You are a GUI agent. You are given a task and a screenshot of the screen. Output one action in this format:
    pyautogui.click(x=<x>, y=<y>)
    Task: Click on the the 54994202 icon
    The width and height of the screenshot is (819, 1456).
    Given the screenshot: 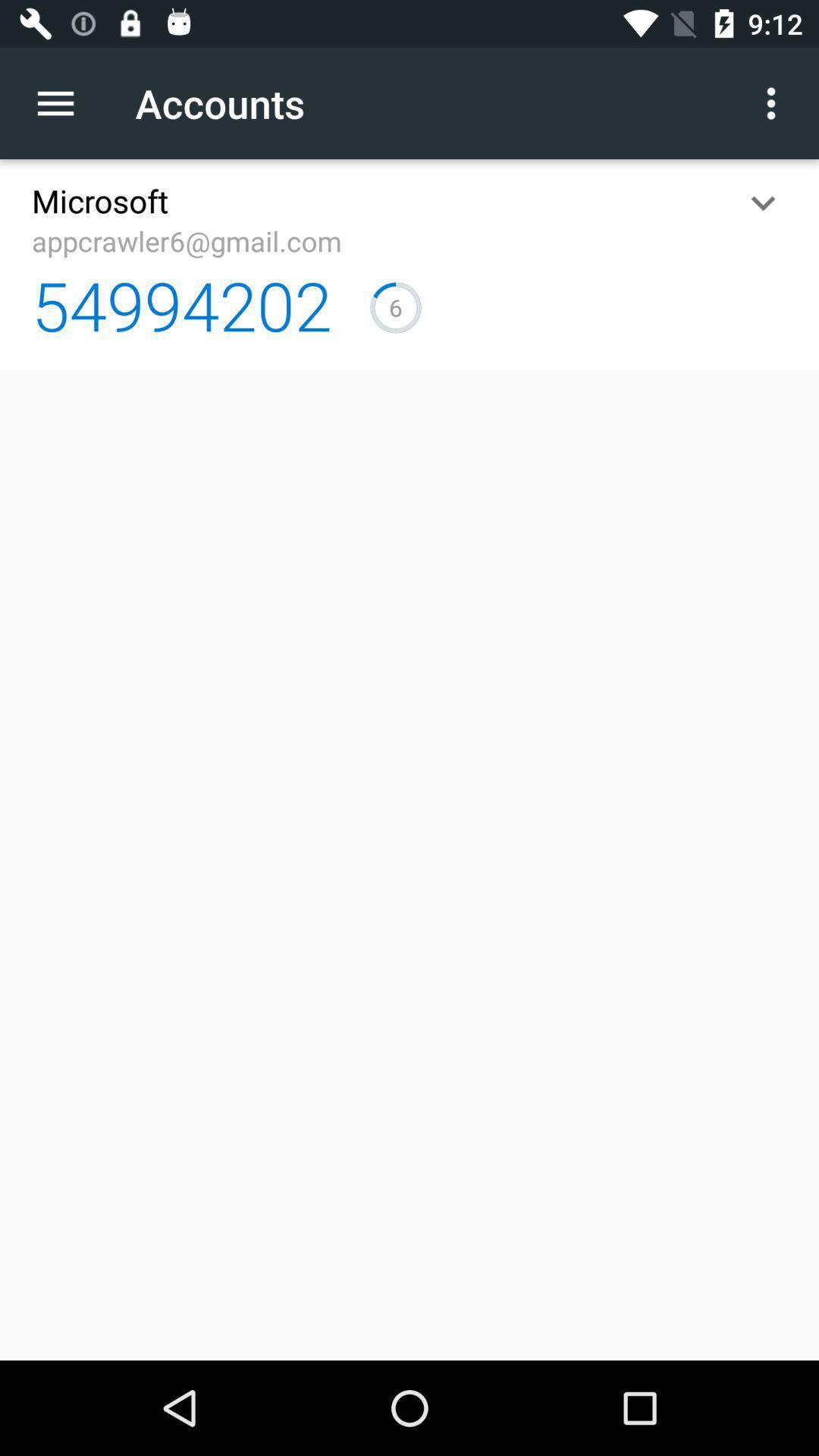 What is the action you would take?
    pyautogui.click(x=180, y=304)
    